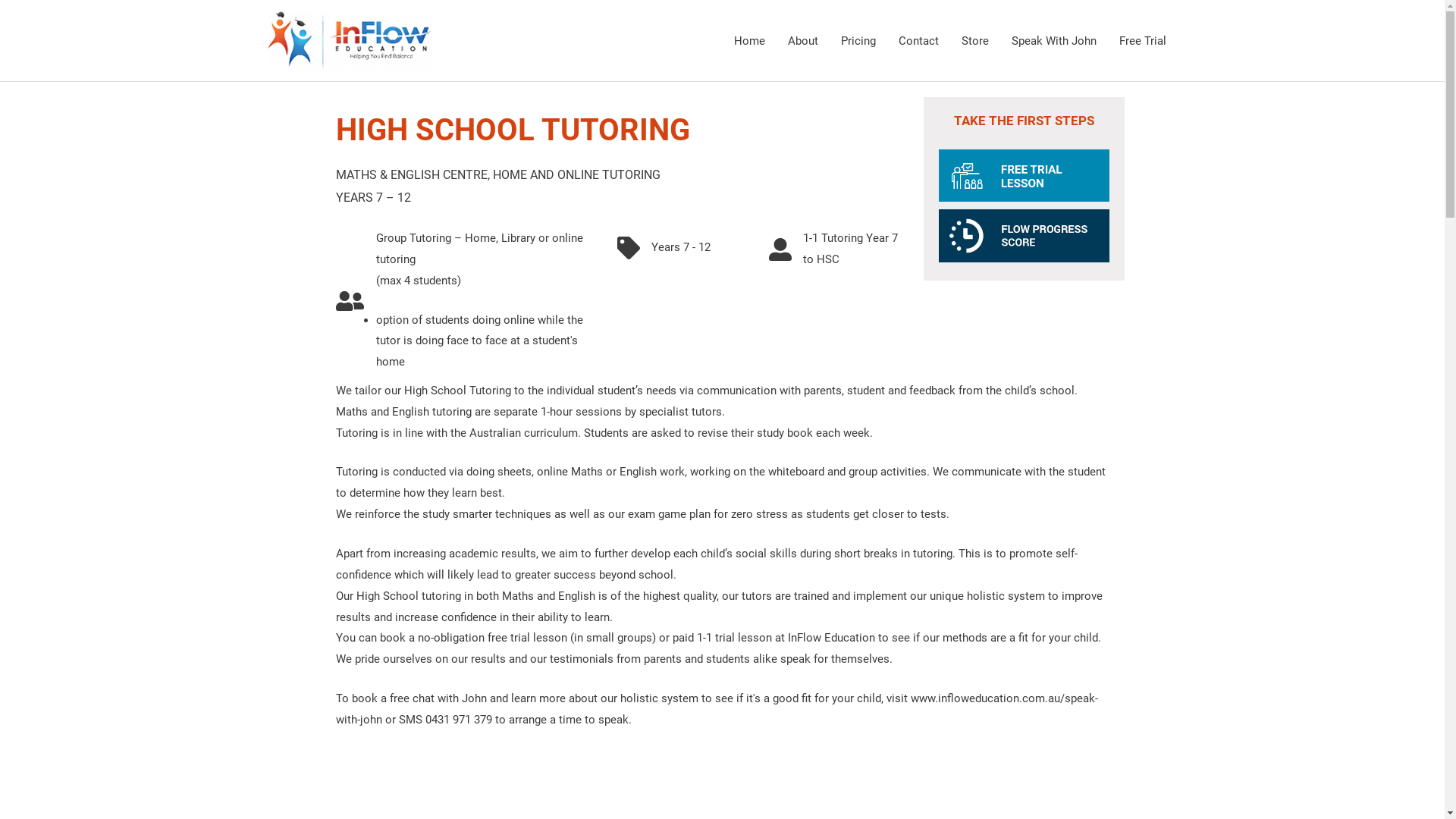 Image resolution: width=1456 pixels, height=819 pixels. What do you see at coordinates (1052, 39) in the screenshot?
I see `'Speak With John'` at bounding box center [1052, 39].